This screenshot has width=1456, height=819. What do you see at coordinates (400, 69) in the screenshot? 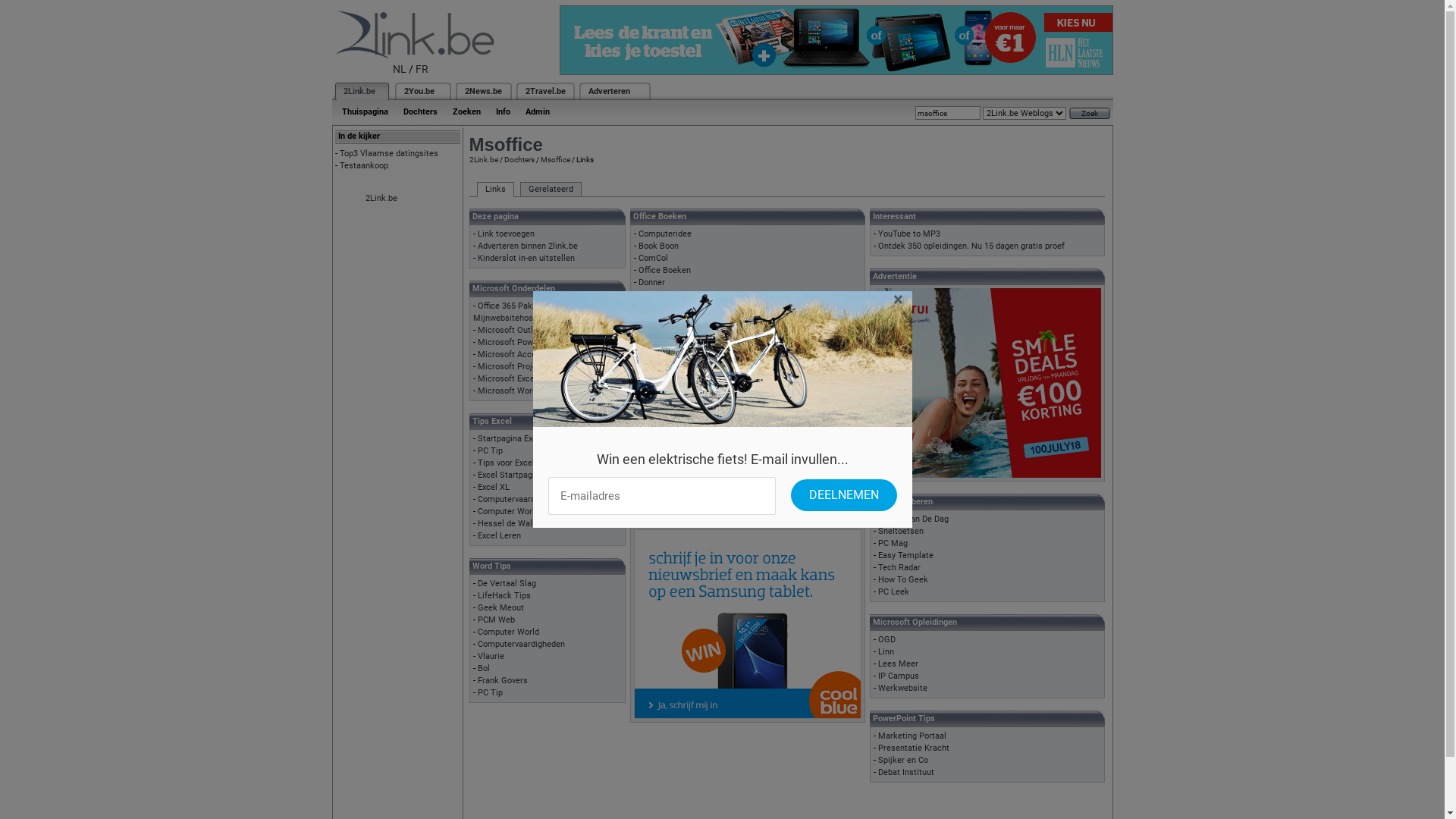
I see `'NL'` at bounding box center [400, 69].